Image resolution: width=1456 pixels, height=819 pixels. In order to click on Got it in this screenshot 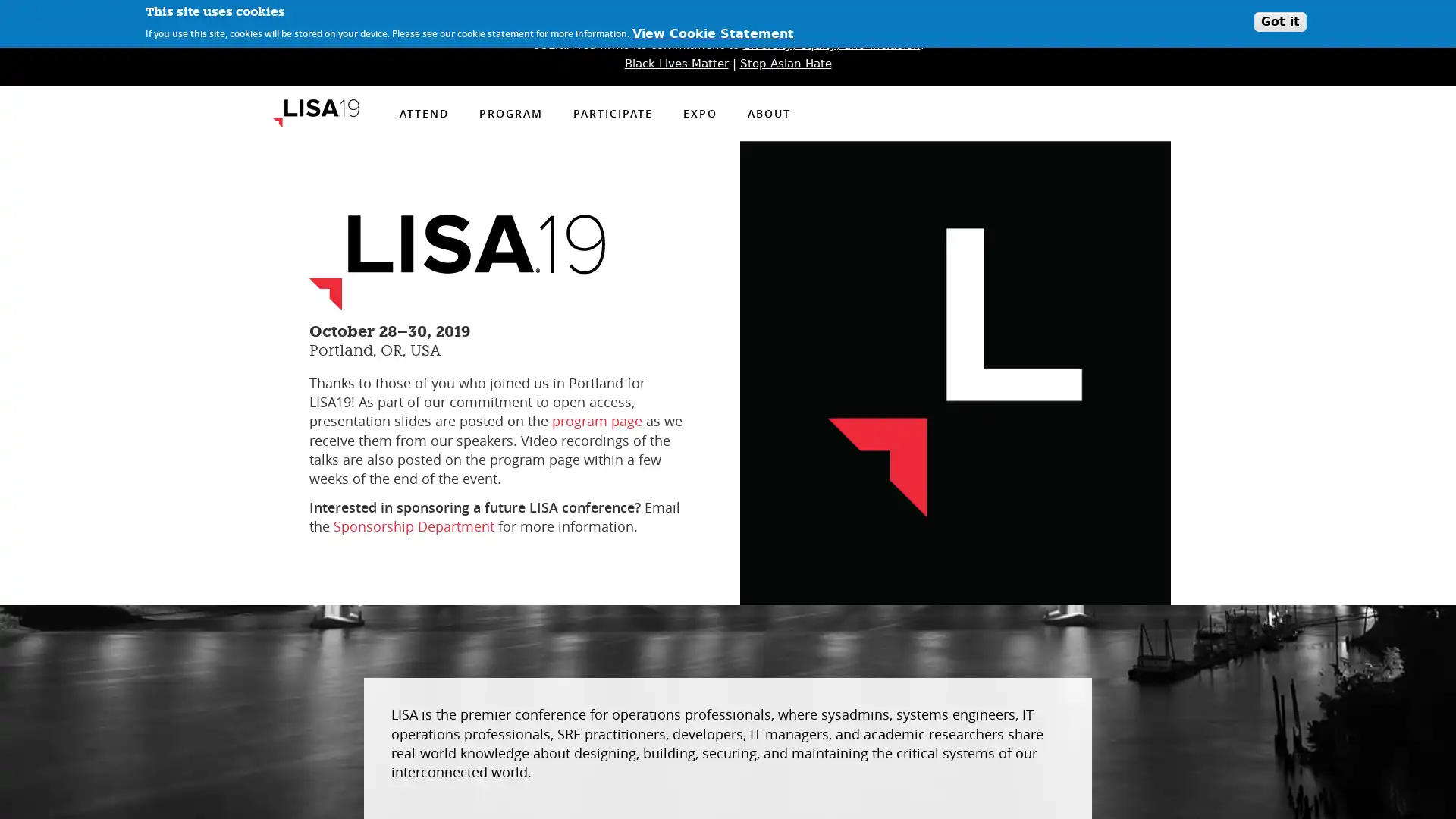, I will do `click(1279, 22)`.